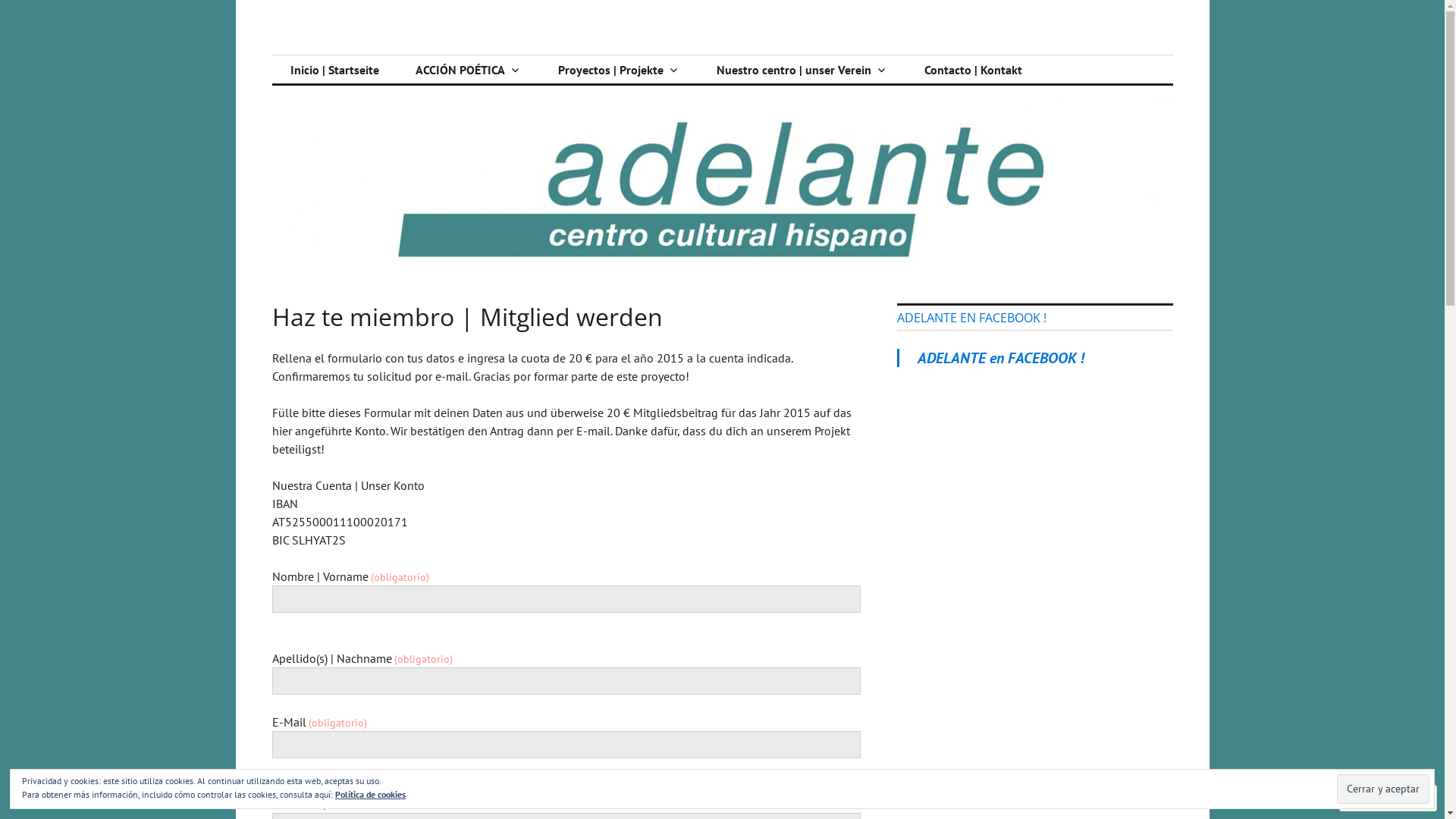 This screenshot has height=819, width=1456. Describe the element at coordinates (619, 70) in the screenshot. I see `'Proyectos | Projekte'` at that location.